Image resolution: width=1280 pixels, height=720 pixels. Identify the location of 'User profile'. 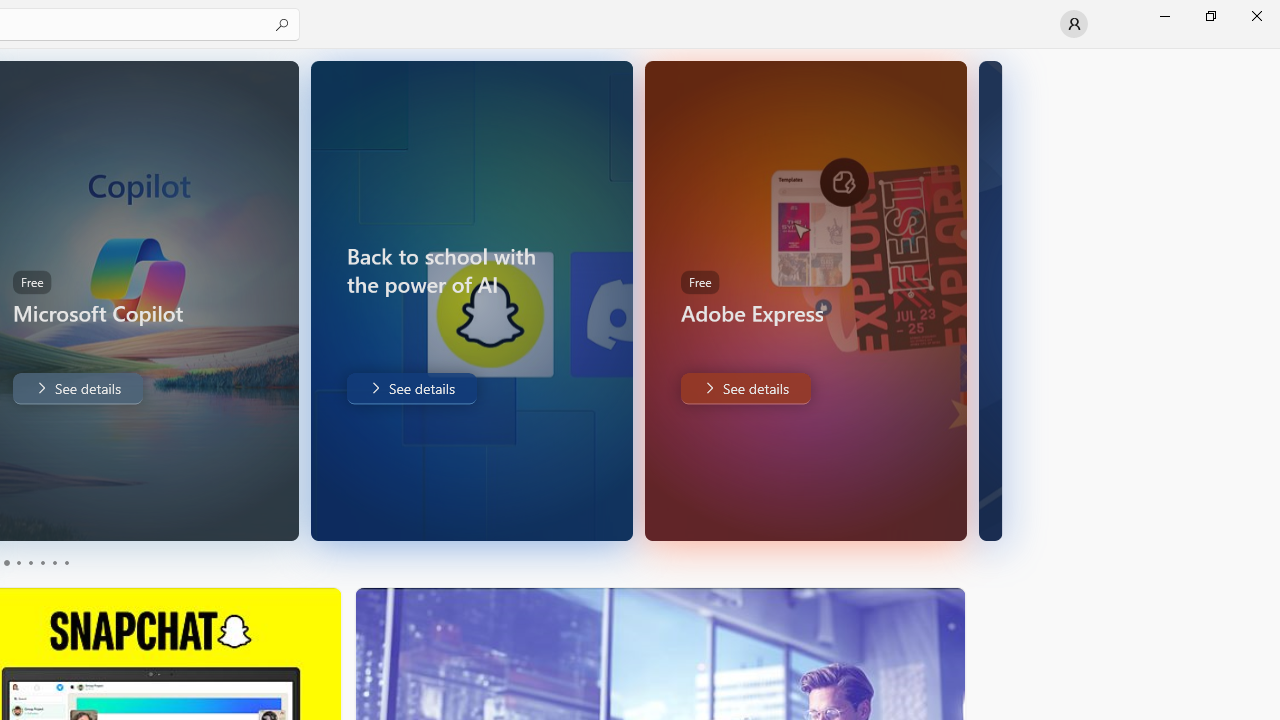
(1072, 24).